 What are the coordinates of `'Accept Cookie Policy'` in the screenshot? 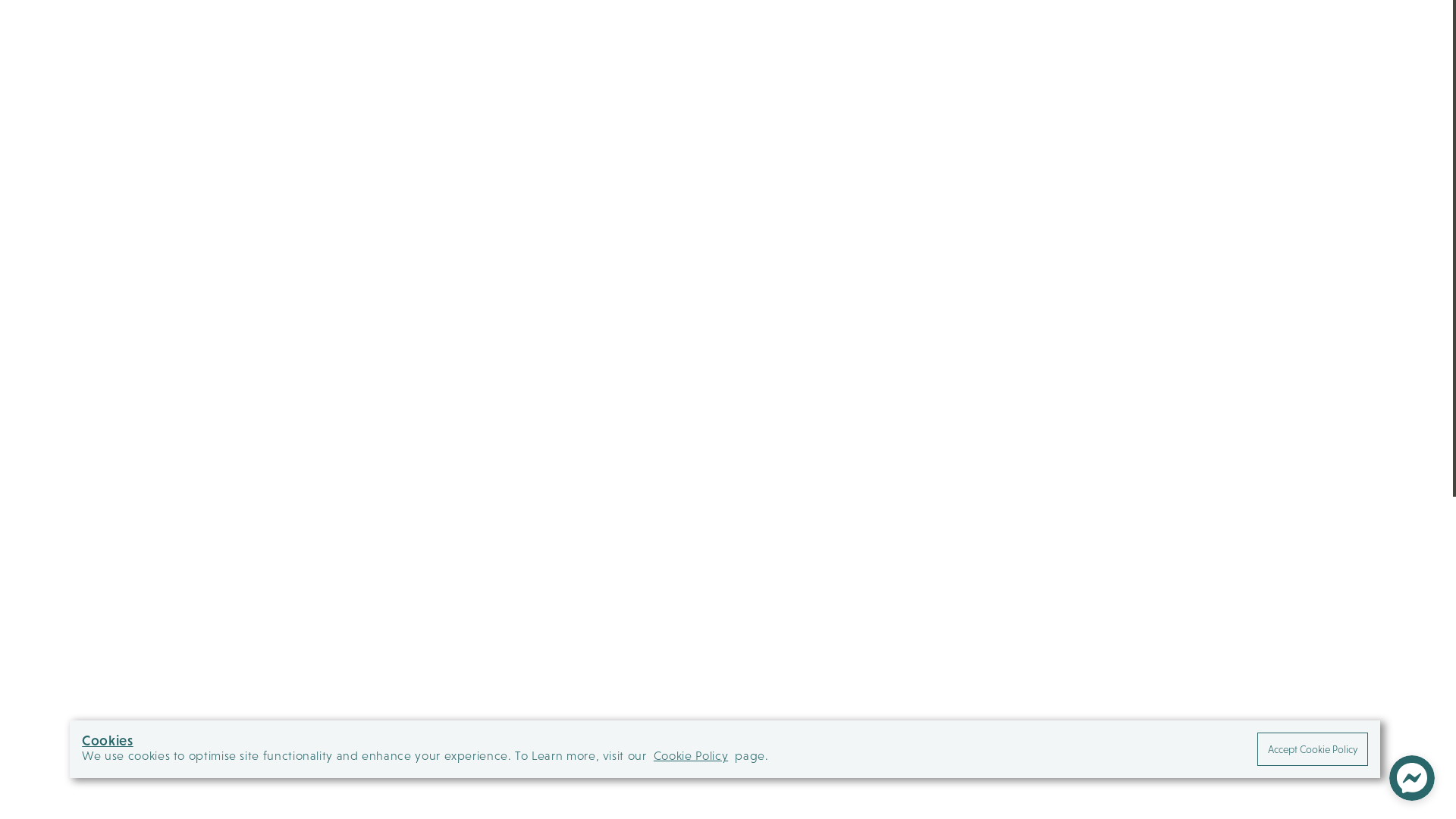 It's located at (1312, 748).